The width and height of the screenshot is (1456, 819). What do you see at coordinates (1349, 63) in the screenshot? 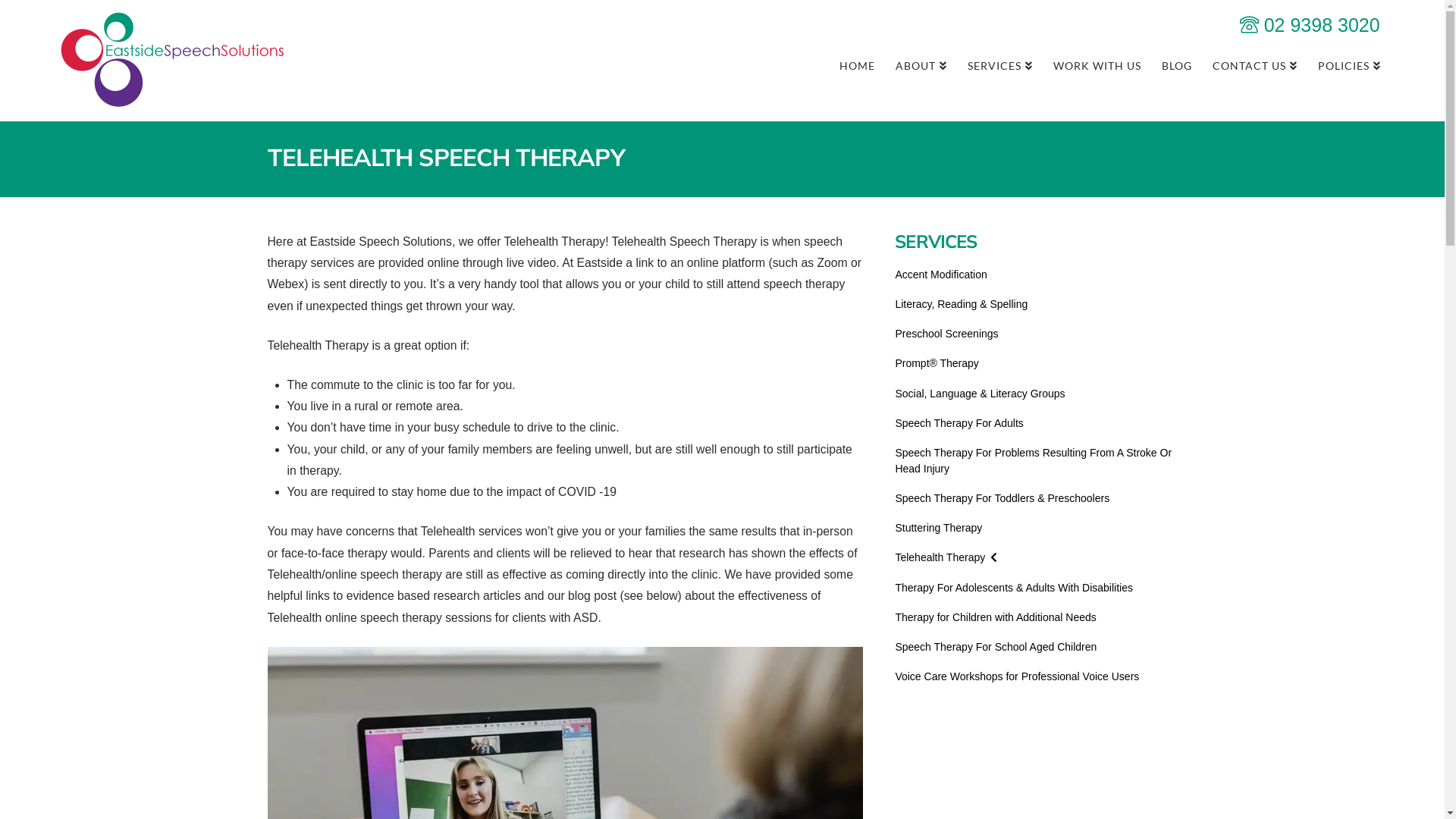
I see `'POLICIES'` at bounding box center [1349, 63].